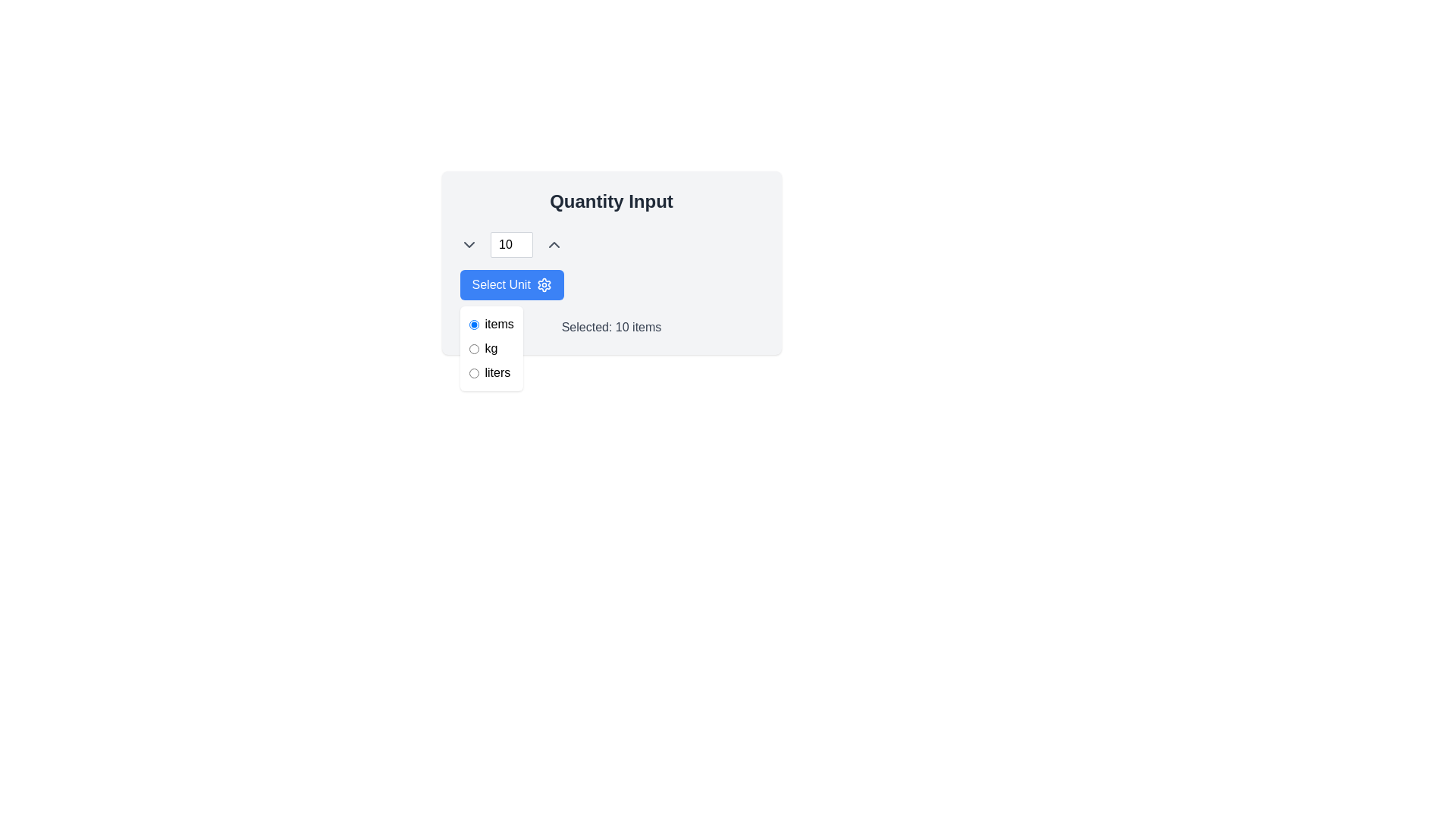  What do you see at coordinates (491, 324) in the screenshot?
I see `the blue selected radio button labeled 'items'` at bounding box center [491, 324].